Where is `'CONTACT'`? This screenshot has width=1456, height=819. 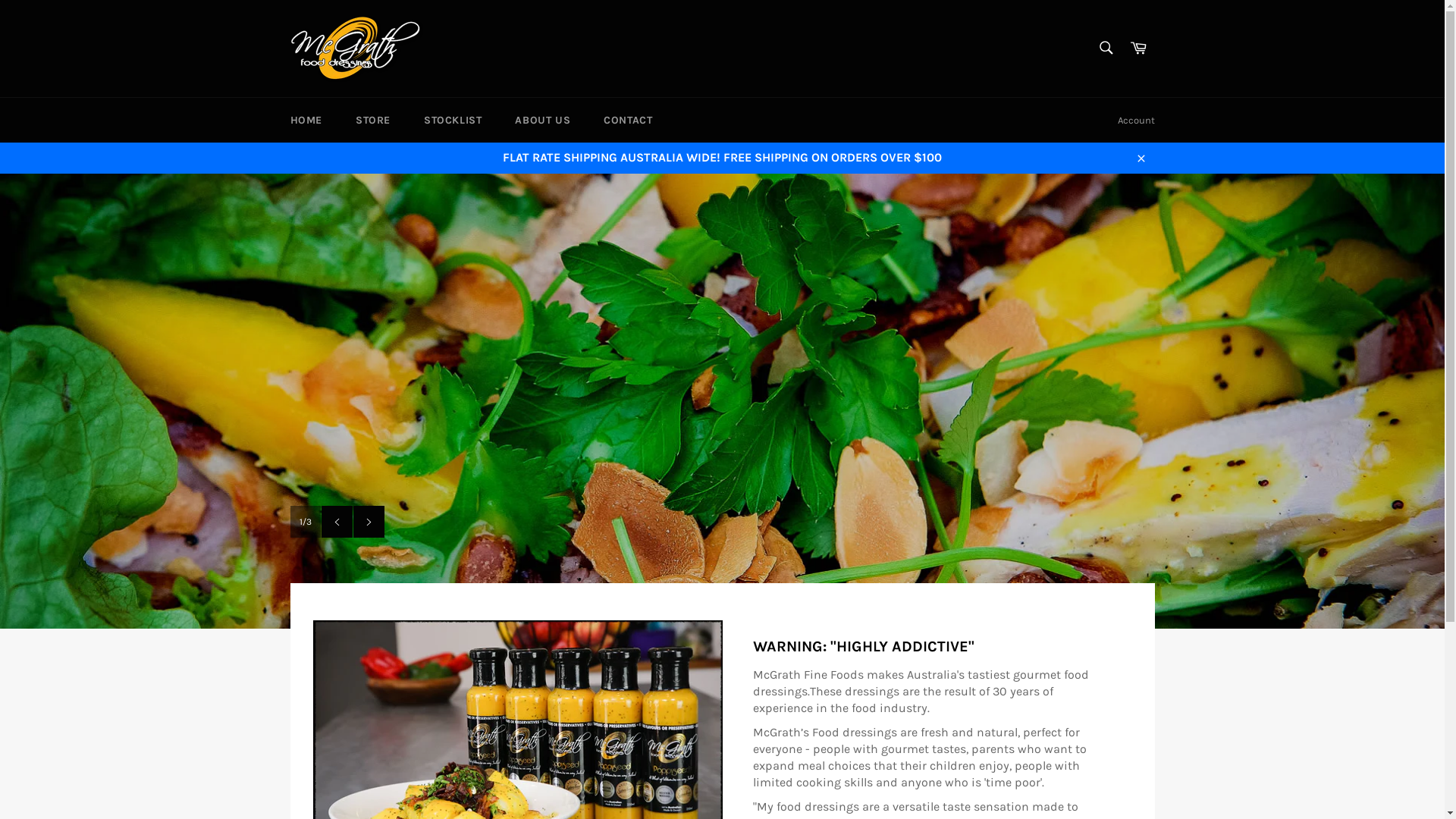
'CONTACT' is located at coordinates (628, 119).